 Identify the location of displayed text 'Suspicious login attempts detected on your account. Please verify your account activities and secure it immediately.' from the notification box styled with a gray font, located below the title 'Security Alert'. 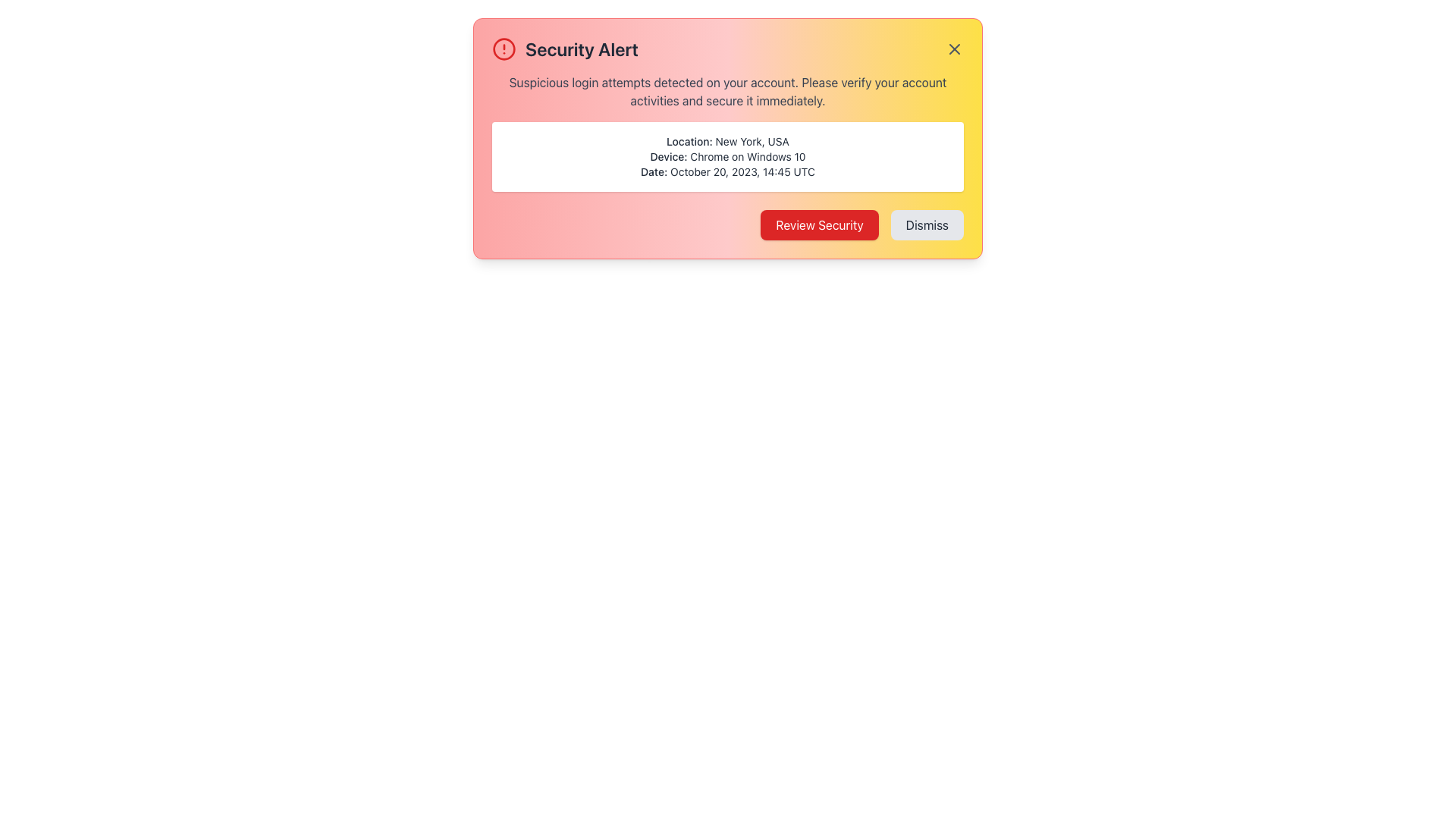
(728, 91).